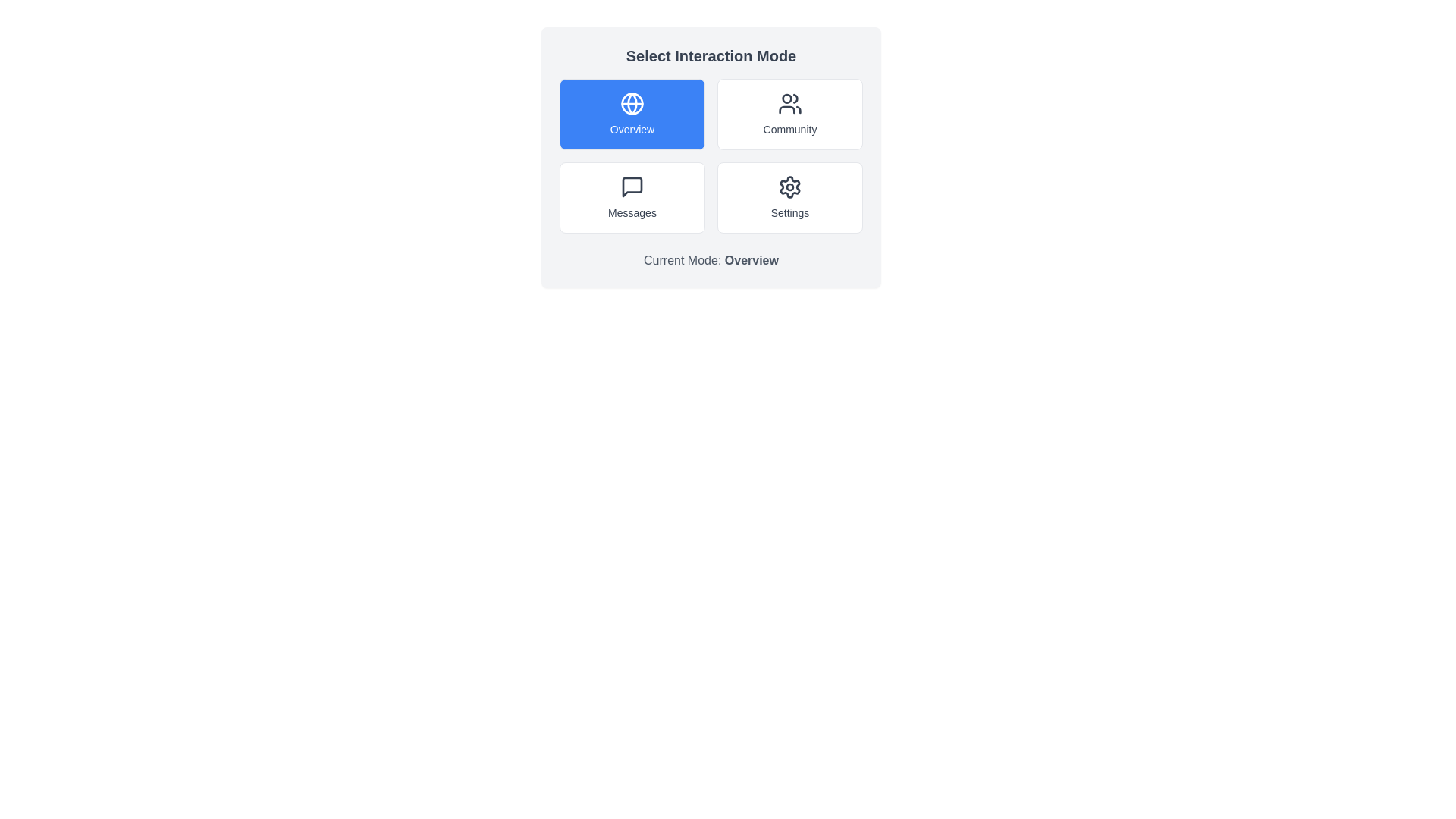 Image resolution: width=1456 pixels, height=819 pixels. Describe the element at coordinates (632, 197) in the screenshot. I see `the button corresponding to the interaction mode Messages` at that location.